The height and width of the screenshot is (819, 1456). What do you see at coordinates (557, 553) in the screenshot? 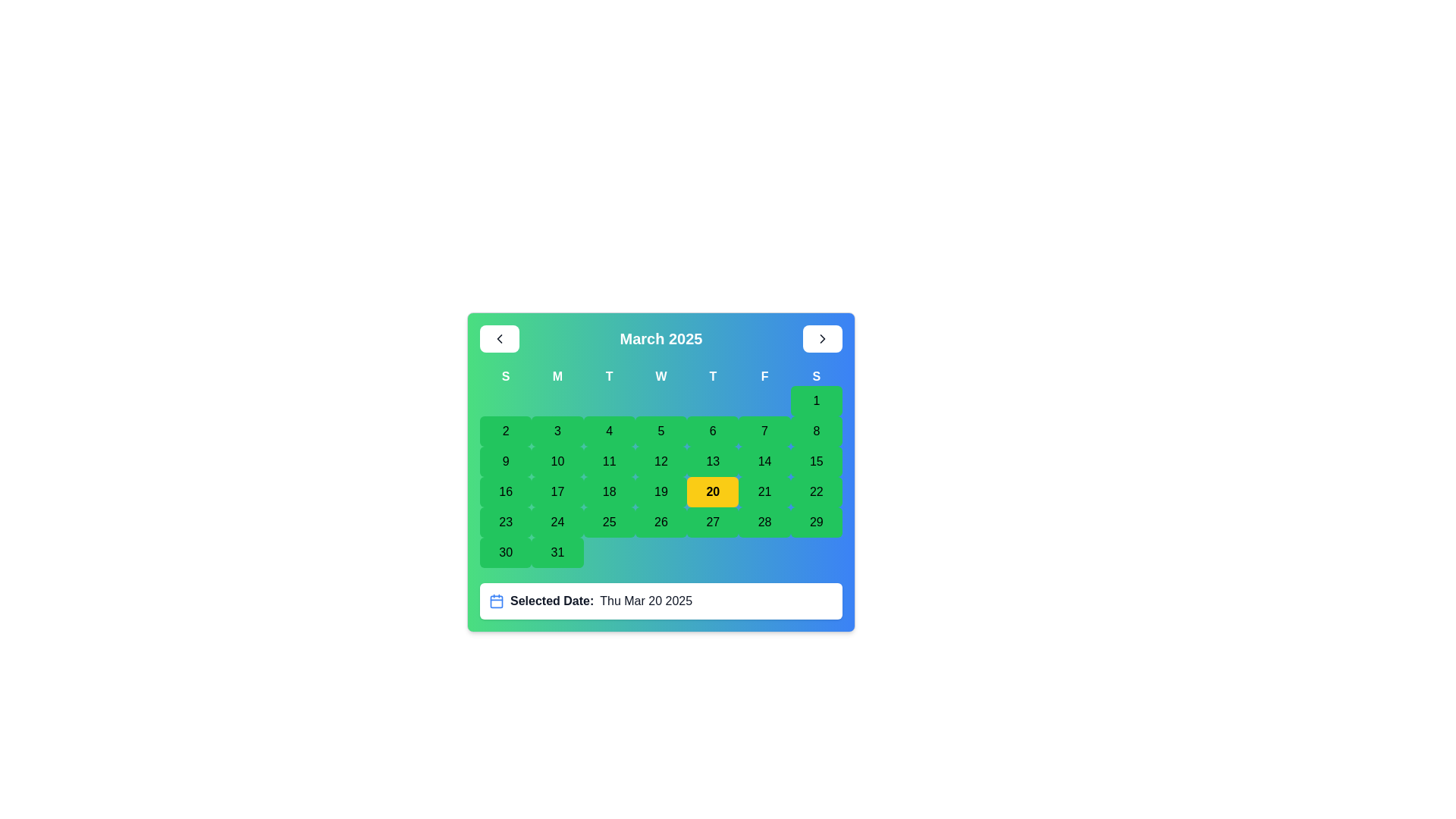
I see `the button representing the 31st day of the month in the calendar interface` at bounding box center [557, 553].